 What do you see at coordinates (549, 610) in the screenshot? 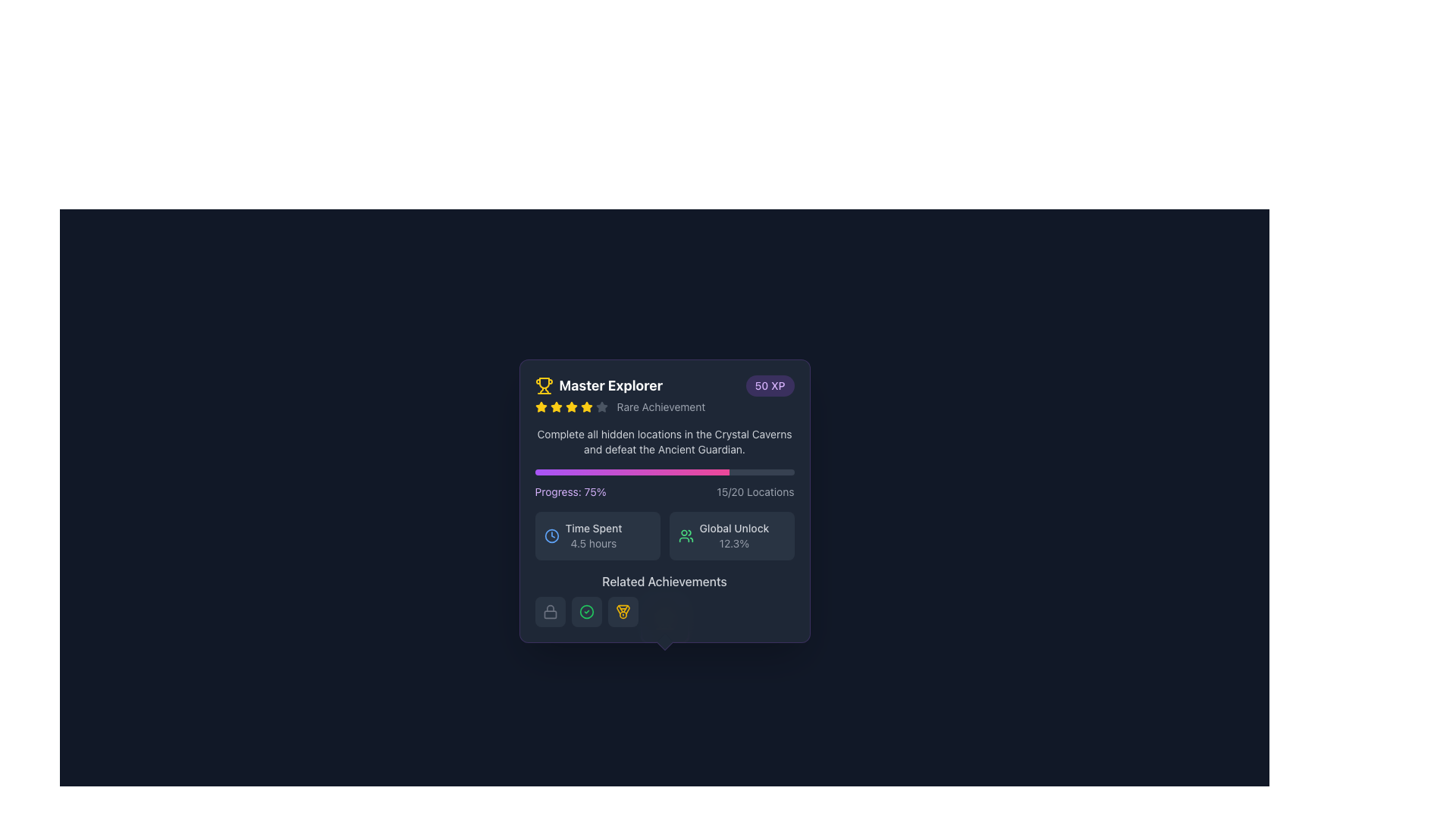
I see `the rounded icon with a gray background and a lock symbol, which is the first icon from the left in the horizontal set of icons at the bottom of a card-like section` at bounding box center [549, 610].